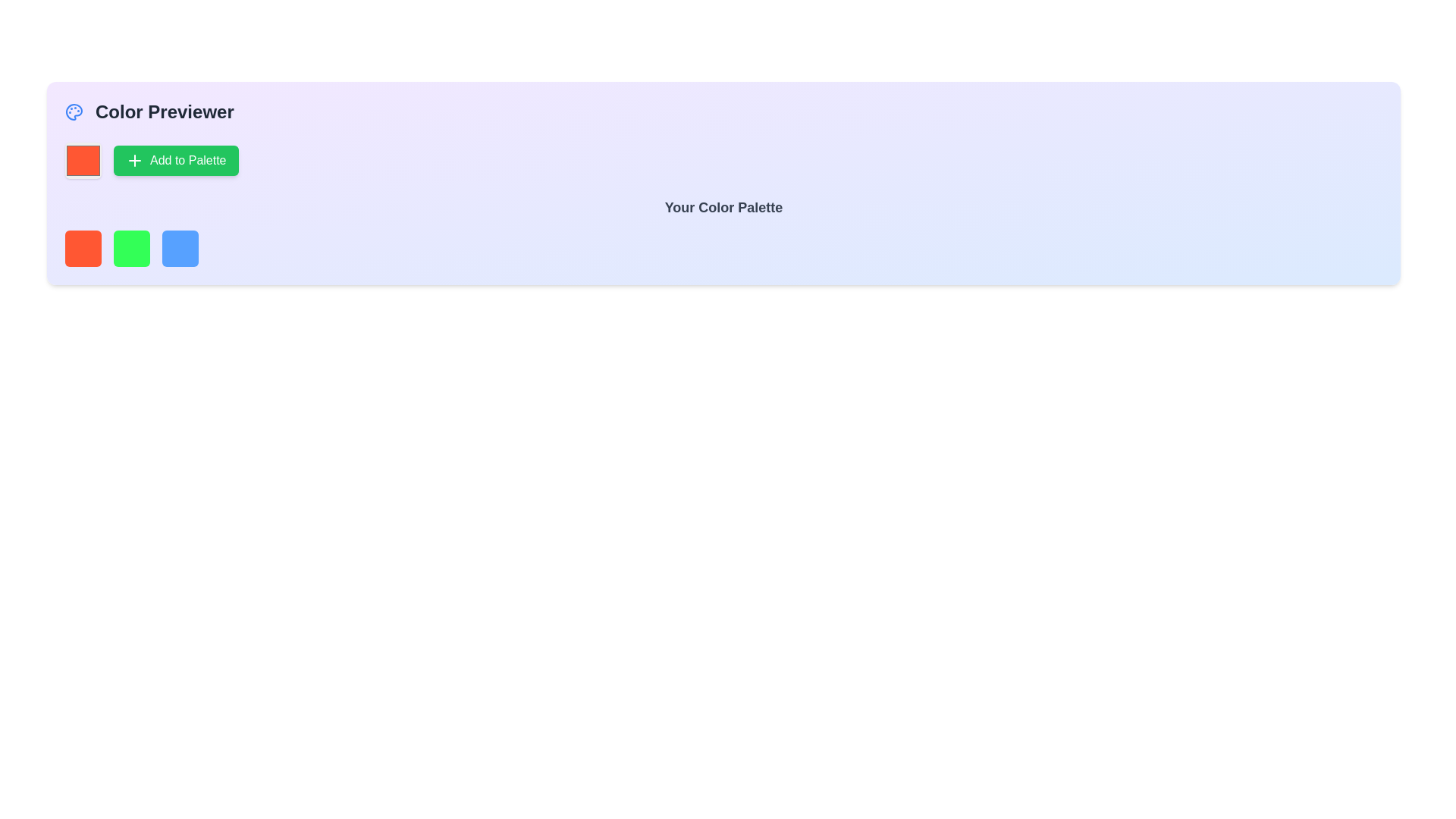 The image size is (1456, 819). Describe the element at coordinates (165, 111) in the screenshot. I see `descriptive title displayed as 'Color Previewer' in bold, large font, located to the right of the palette icon` at that location.